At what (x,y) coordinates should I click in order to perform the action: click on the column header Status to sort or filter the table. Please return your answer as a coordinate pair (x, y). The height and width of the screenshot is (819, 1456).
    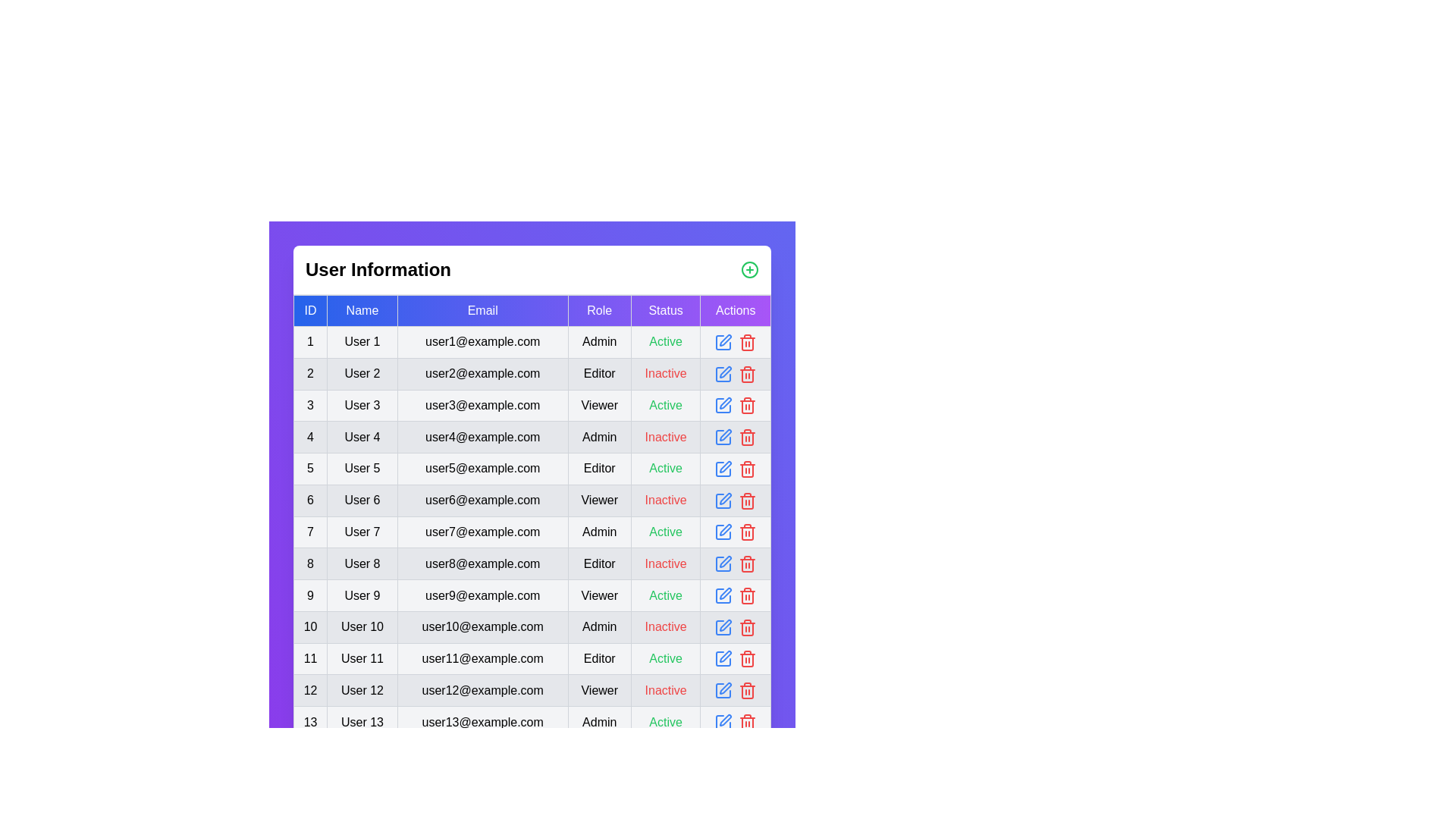
    Looking at the image, I should click on (666, 309).